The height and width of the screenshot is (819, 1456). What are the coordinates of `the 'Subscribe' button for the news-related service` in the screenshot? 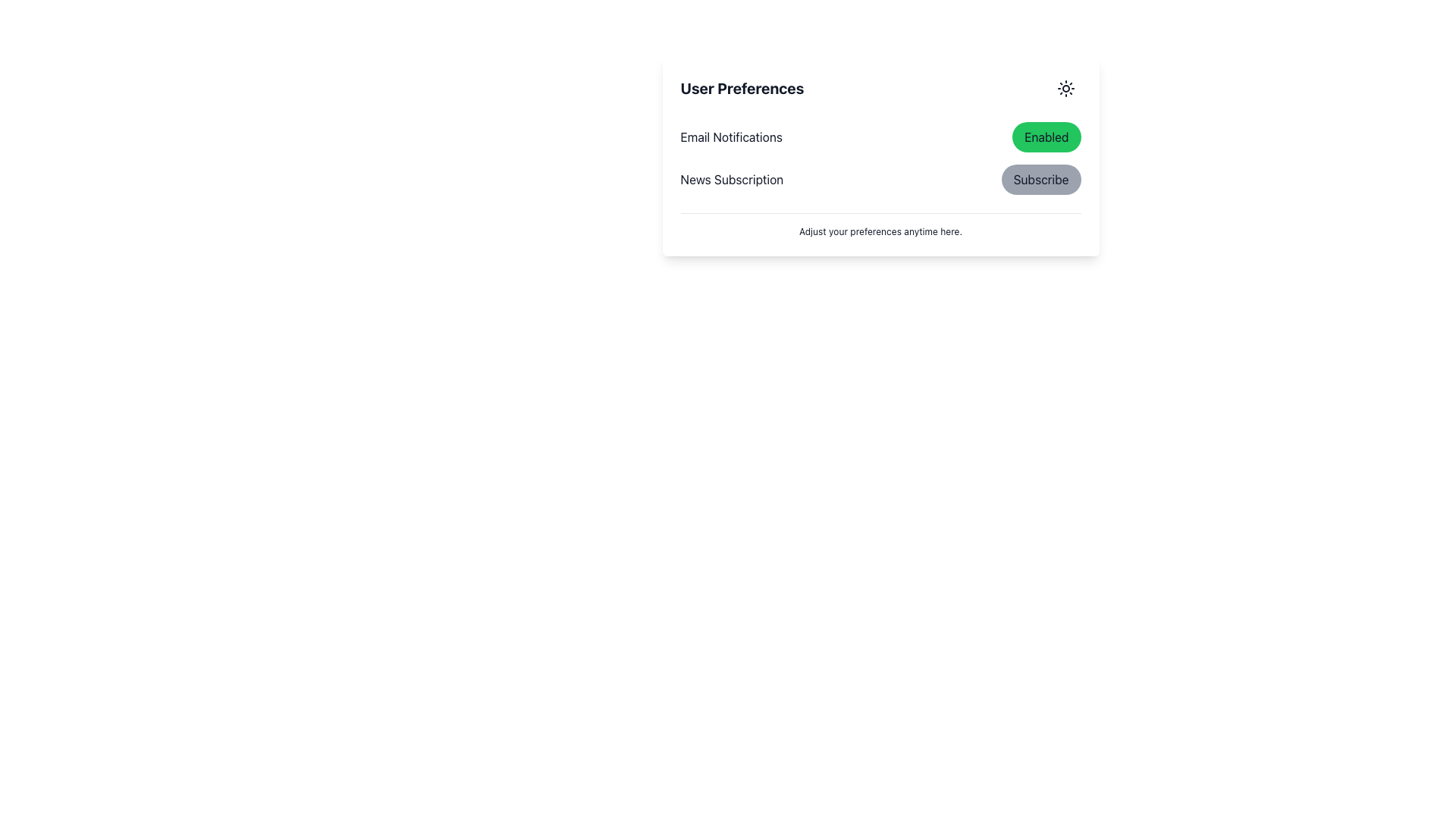 It's located at (1040, 178).